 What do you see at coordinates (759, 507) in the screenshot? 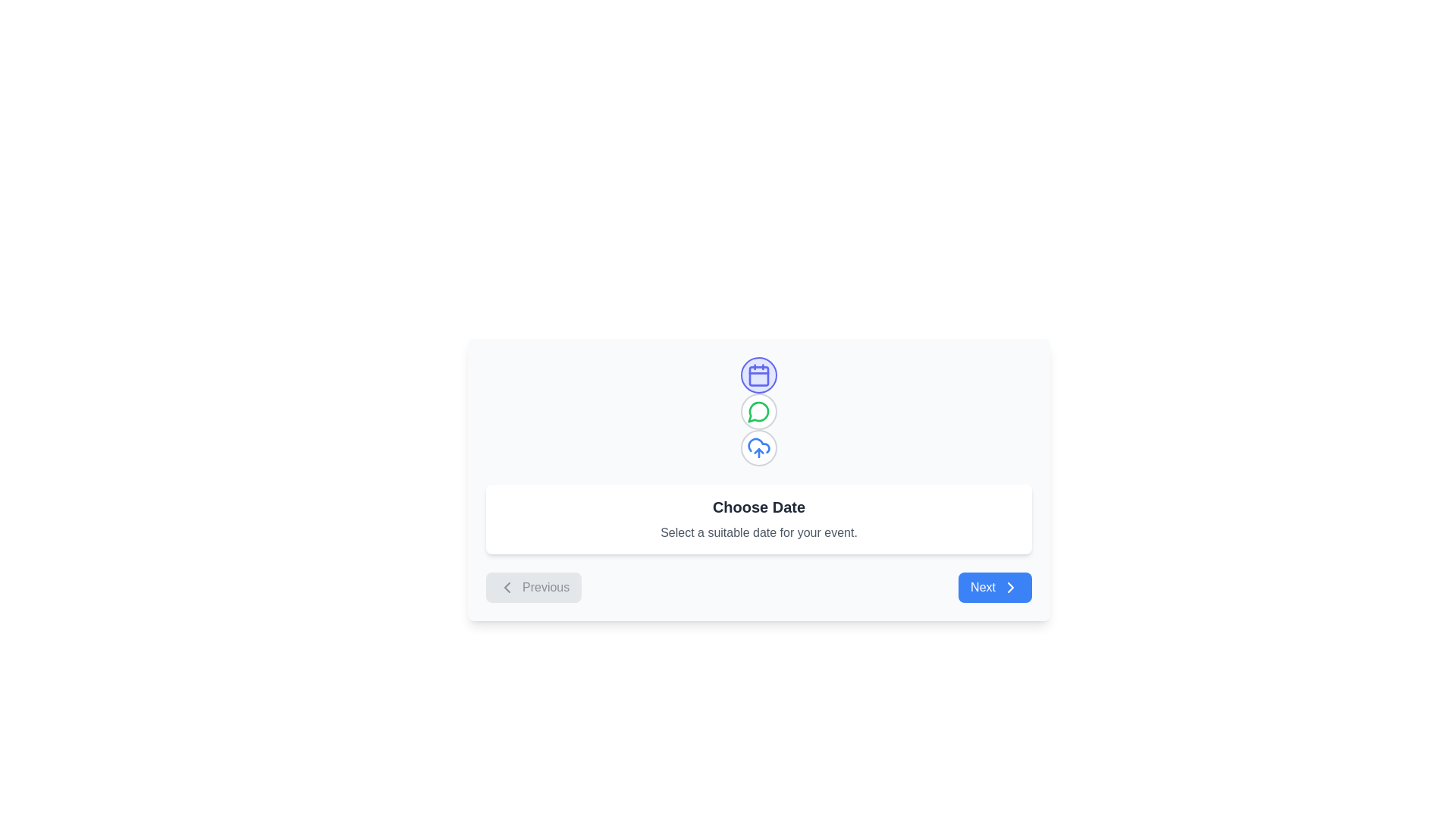
I see `the text label that introduces the date selection form, positioned above the descriptive text 'Select a suitable date for your event.'` at bounding box center [759, 507].